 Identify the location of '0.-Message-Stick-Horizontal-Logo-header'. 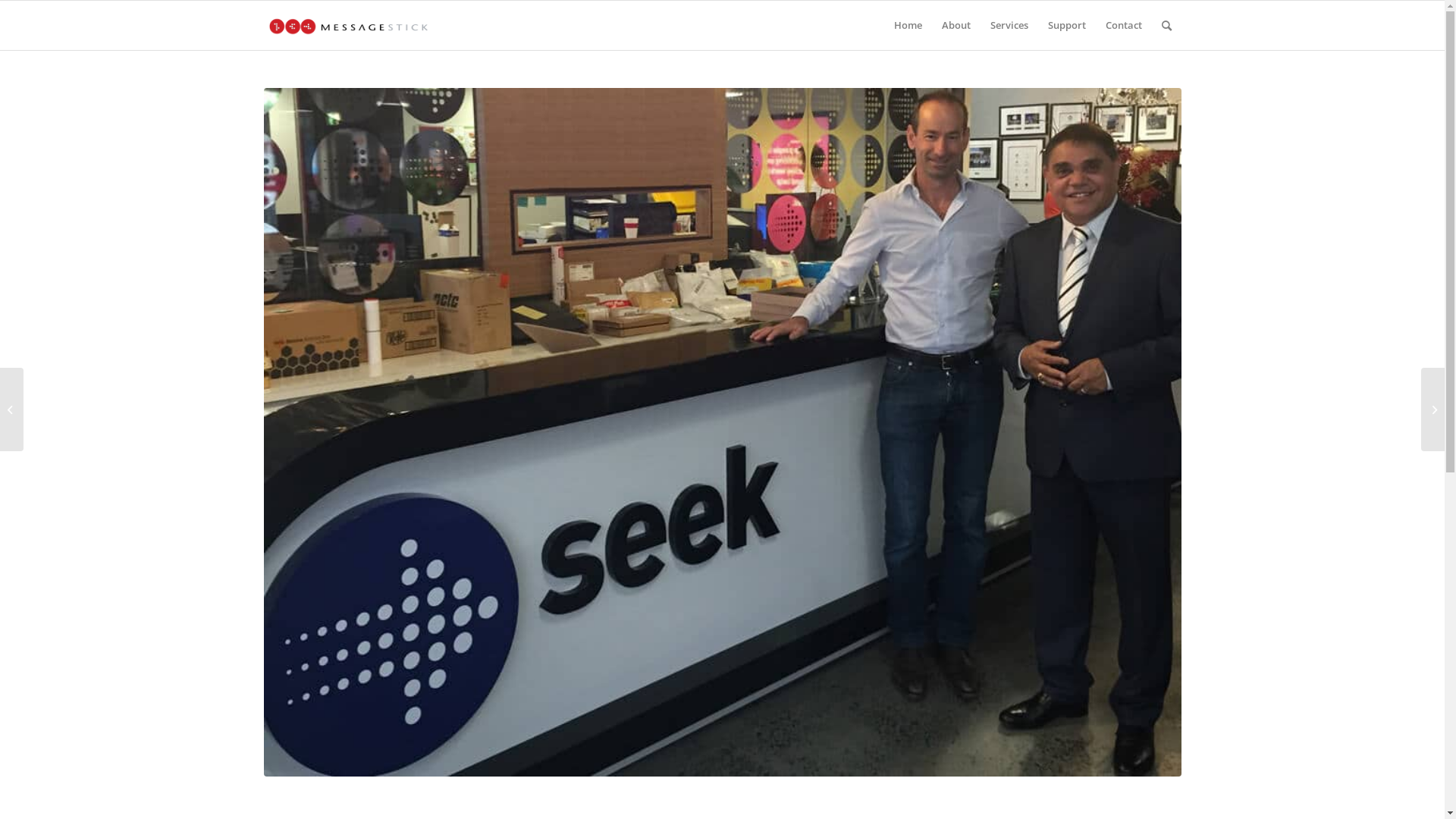
(348, 25).